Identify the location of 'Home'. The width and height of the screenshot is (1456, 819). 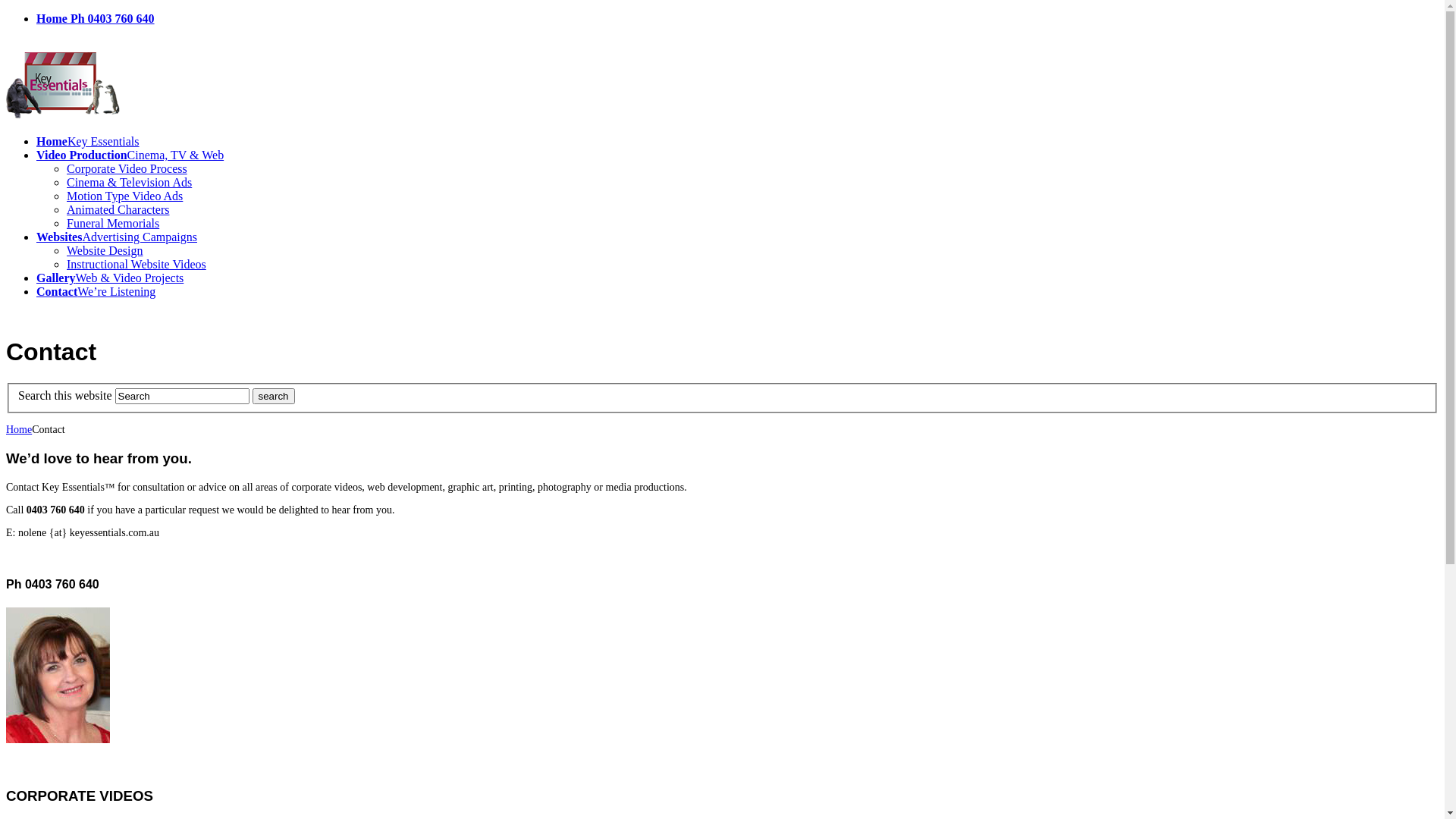
(6, 429).